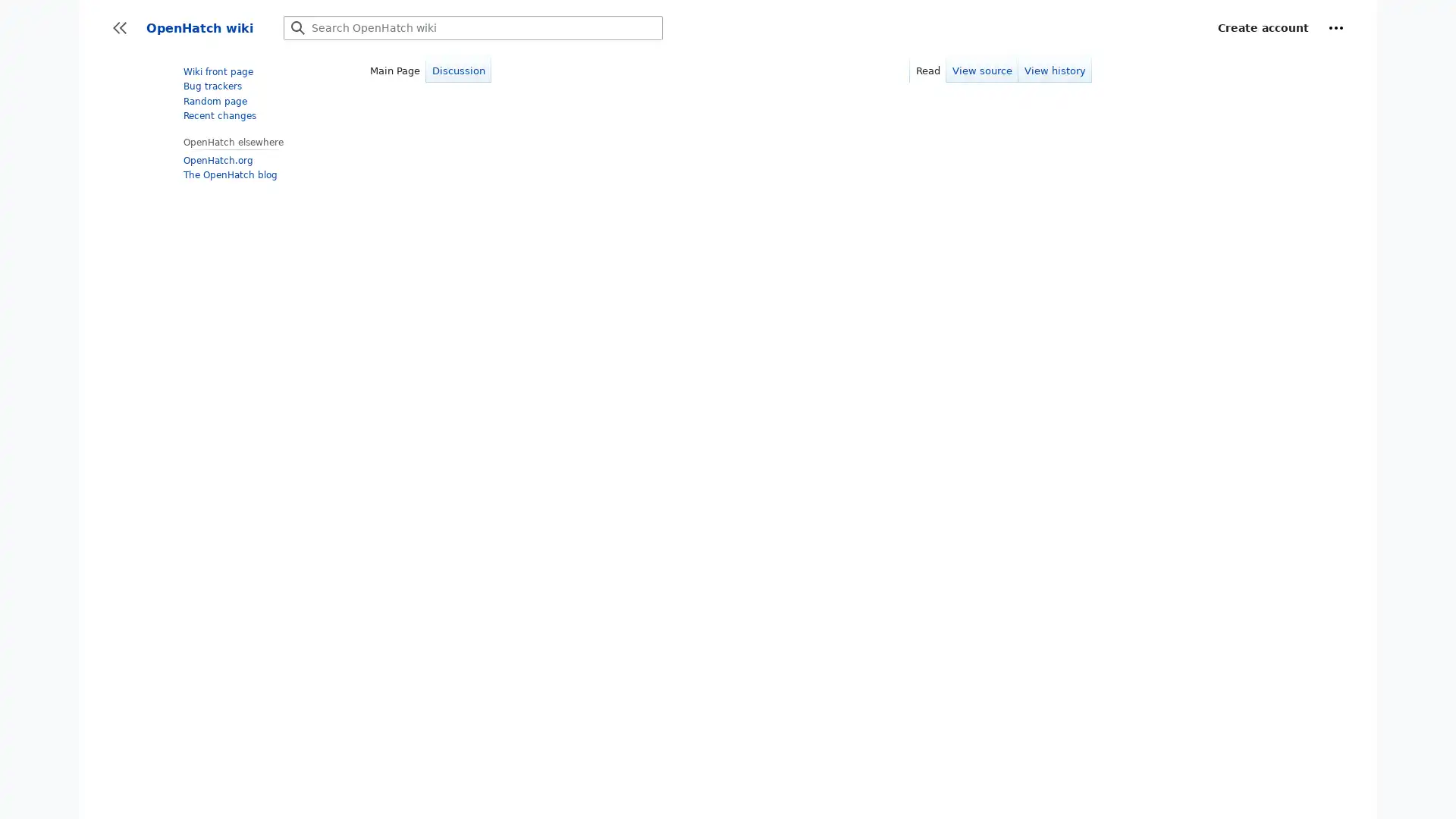 Image resolution: width=1456 pixels, height=819 pixels. What do you see at coordinates (1001, 799) in the screenshot?
I see `More information` at bounding box center [1001, 799].